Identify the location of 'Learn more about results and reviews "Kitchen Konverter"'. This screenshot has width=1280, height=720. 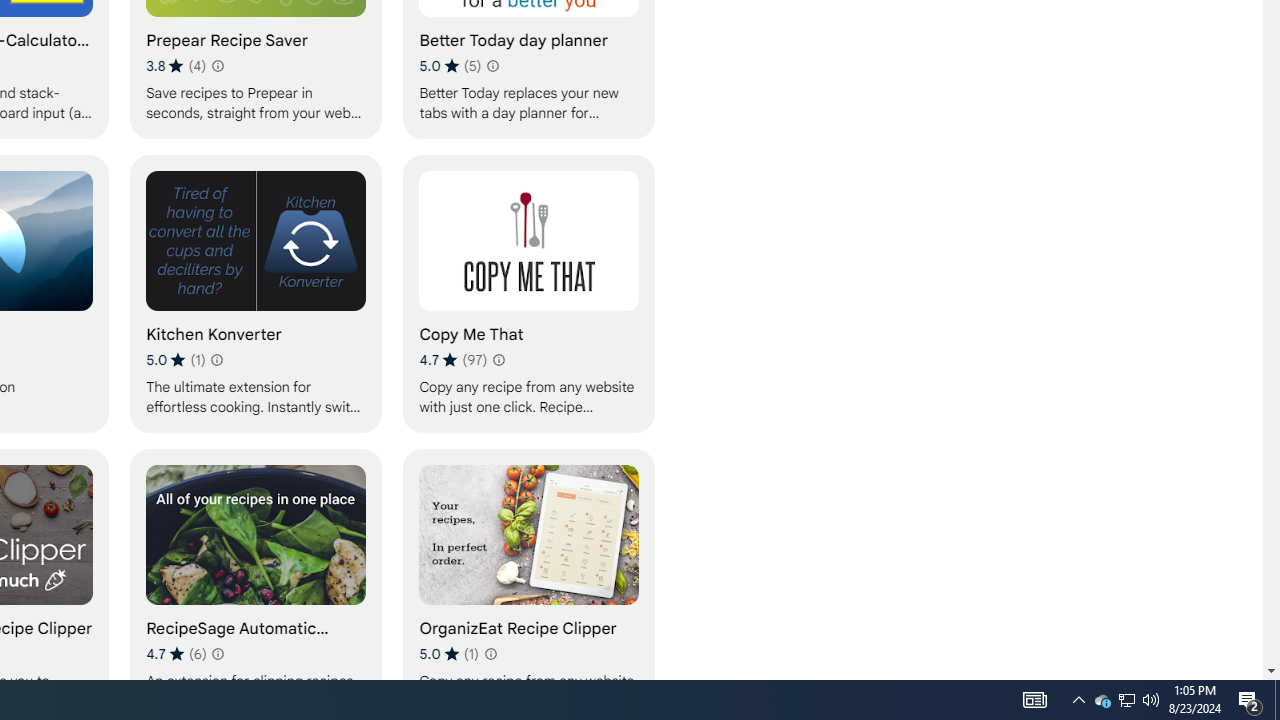
(216, 360).